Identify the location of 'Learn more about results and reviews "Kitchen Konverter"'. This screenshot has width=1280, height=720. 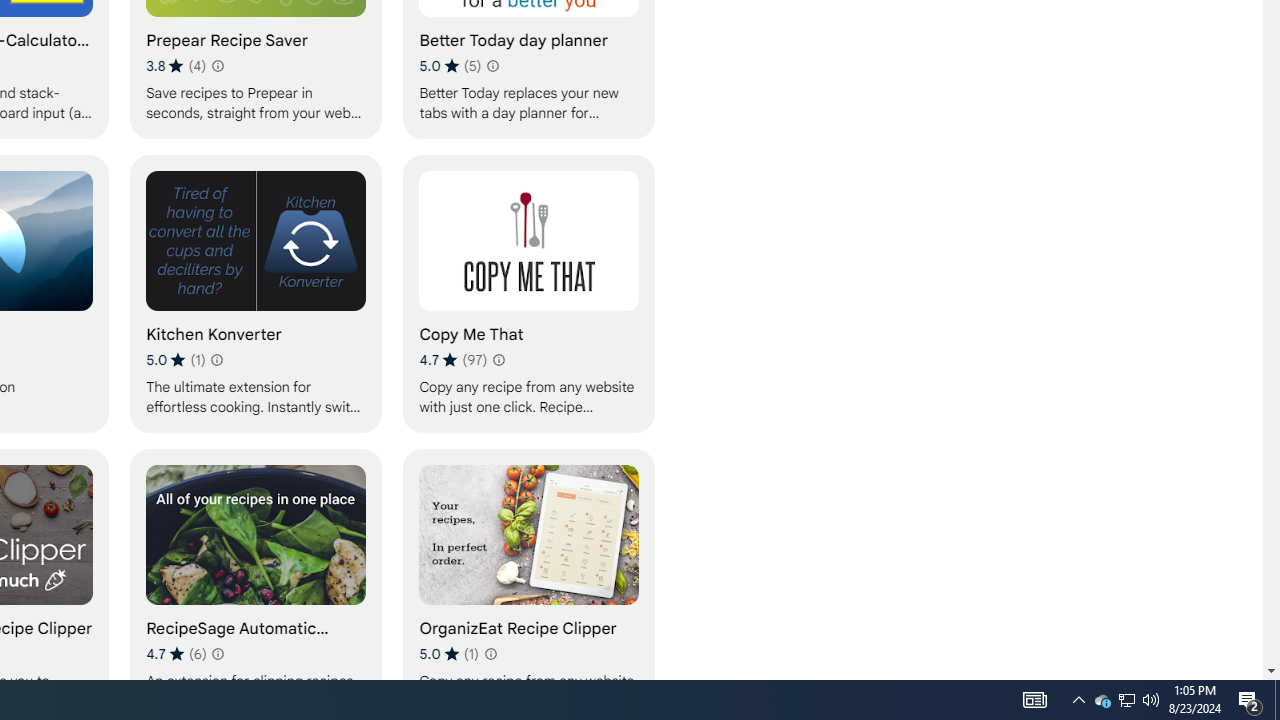
(216, 360).